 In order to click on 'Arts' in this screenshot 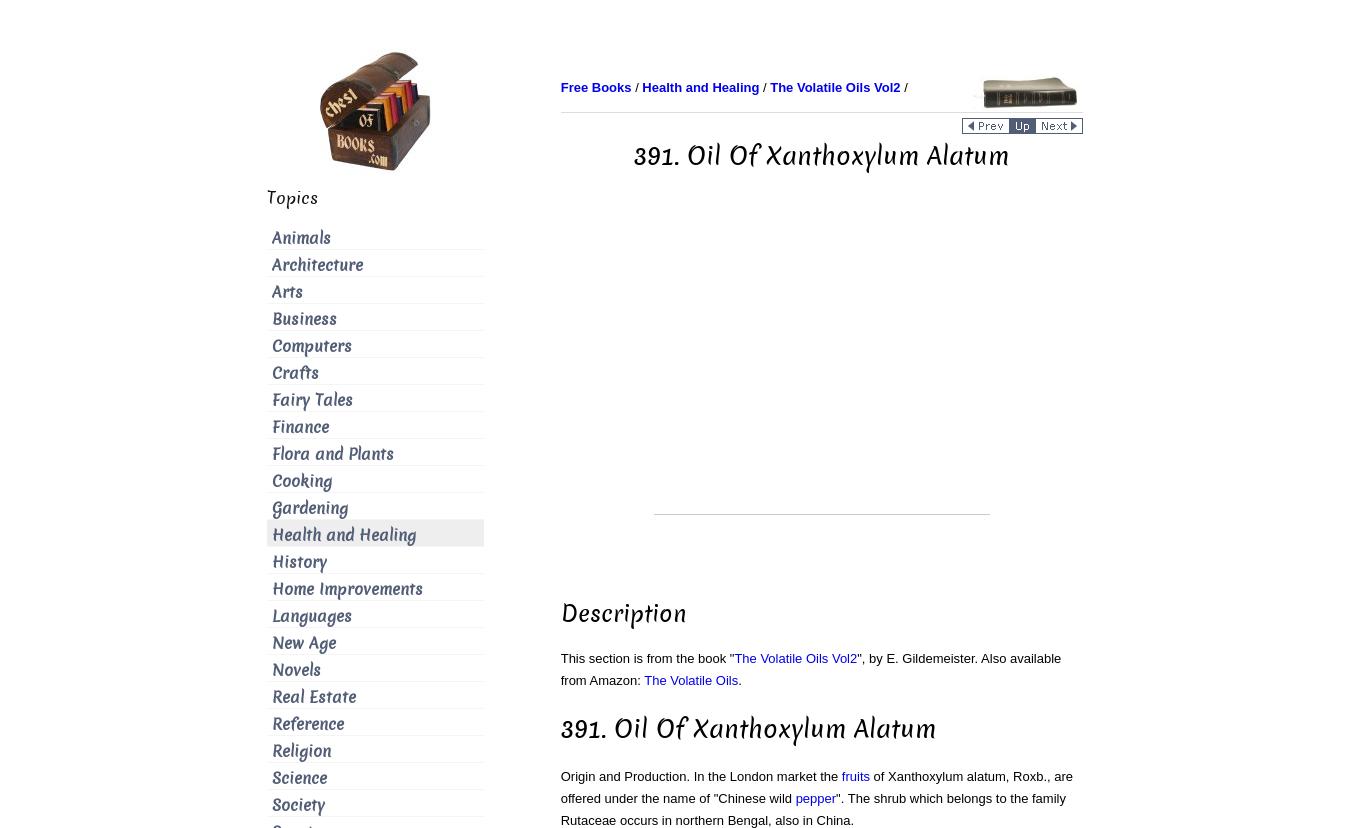, I will do `click(287, 292)`.